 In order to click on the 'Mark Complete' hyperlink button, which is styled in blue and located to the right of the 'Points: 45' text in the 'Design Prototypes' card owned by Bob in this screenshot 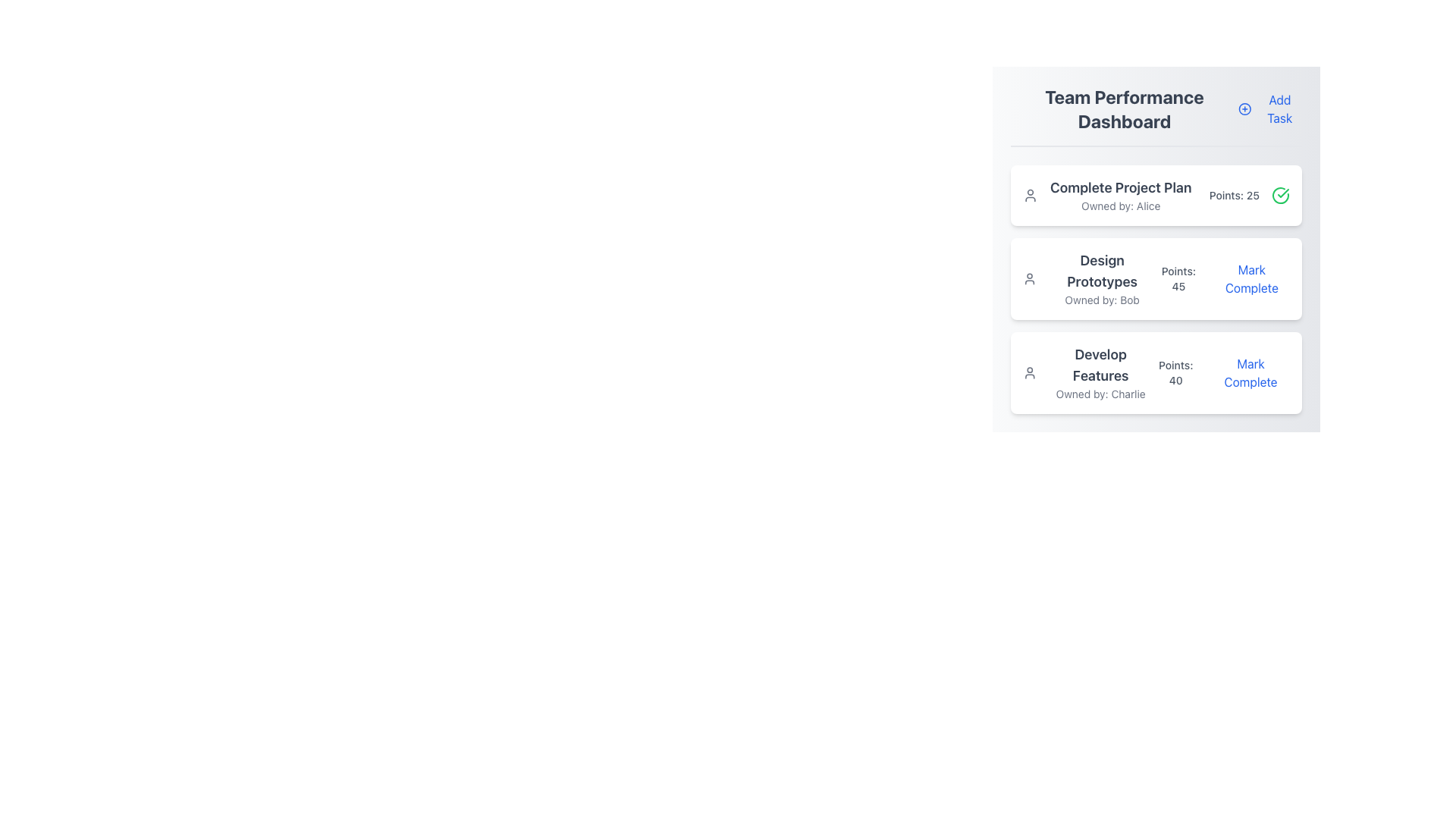, I will do `click(1222, 278)`.